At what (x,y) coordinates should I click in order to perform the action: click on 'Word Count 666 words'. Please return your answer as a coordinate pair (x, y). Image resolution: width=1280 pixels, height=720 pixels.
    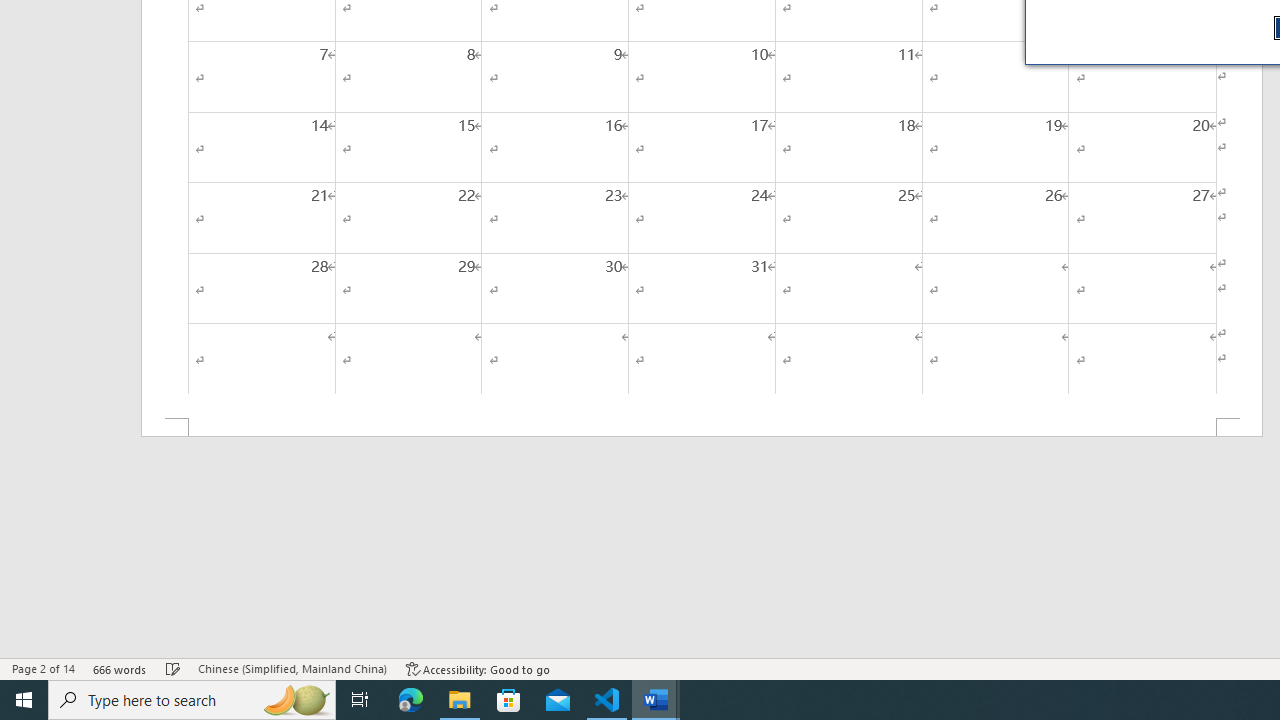
    Looking at the image, I should click on (119, 669).